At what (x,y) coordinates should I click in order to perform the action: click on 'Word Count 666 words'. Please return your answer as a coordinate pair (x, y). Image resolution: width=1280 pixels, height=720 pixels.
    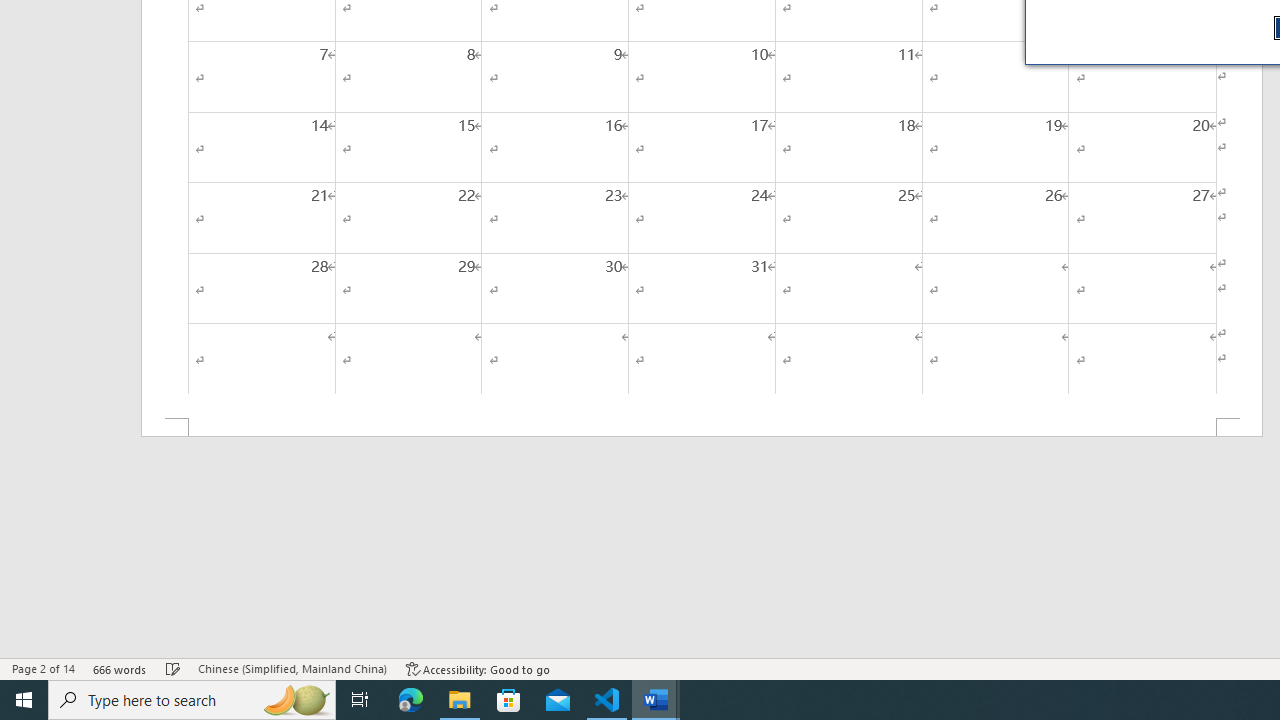
    Looking at the image, I should click on (119, 669).